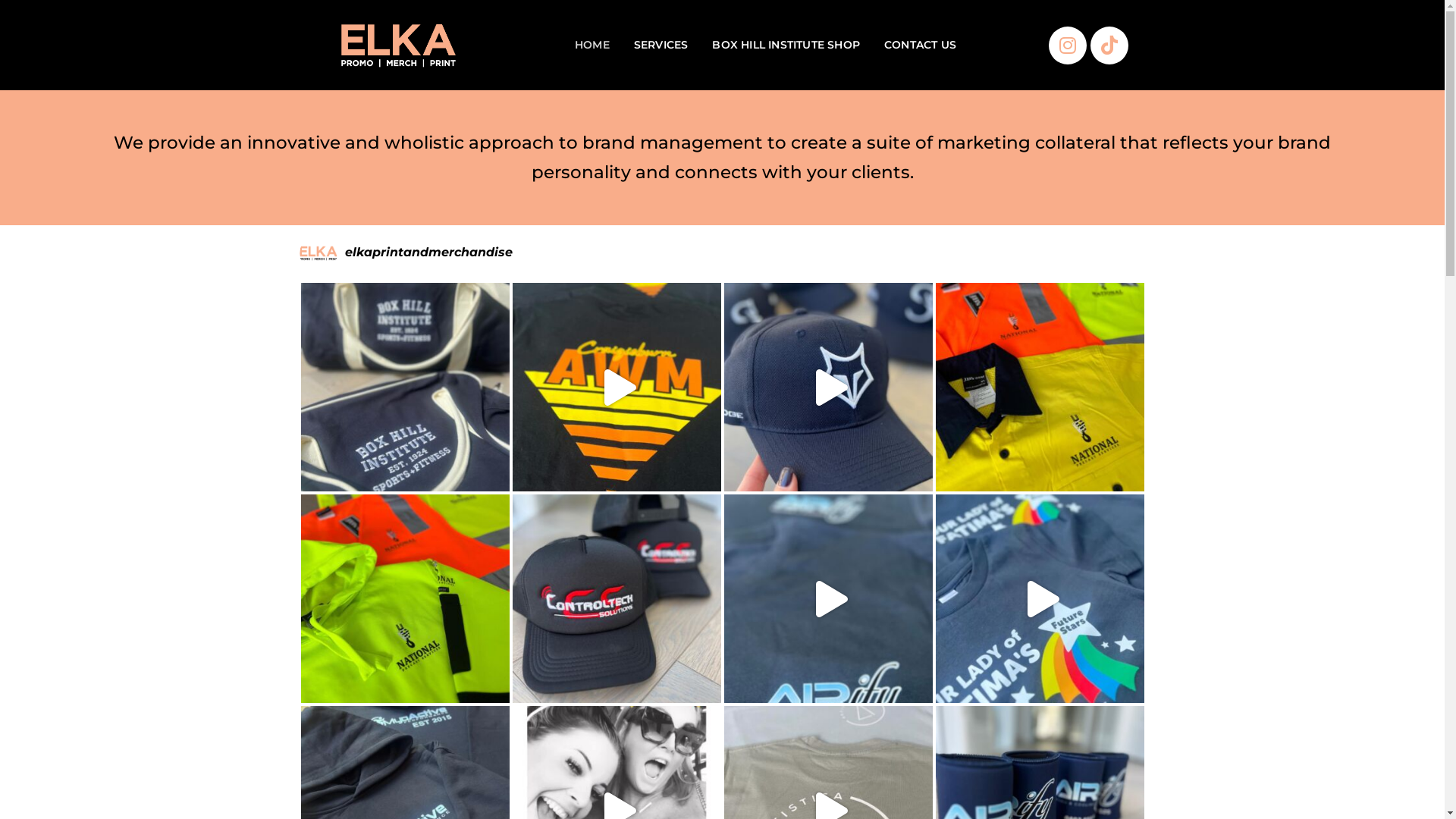 The image size is (1456, 819). I want to click on 'elkaprintandmerchandise', so click(720, 253).